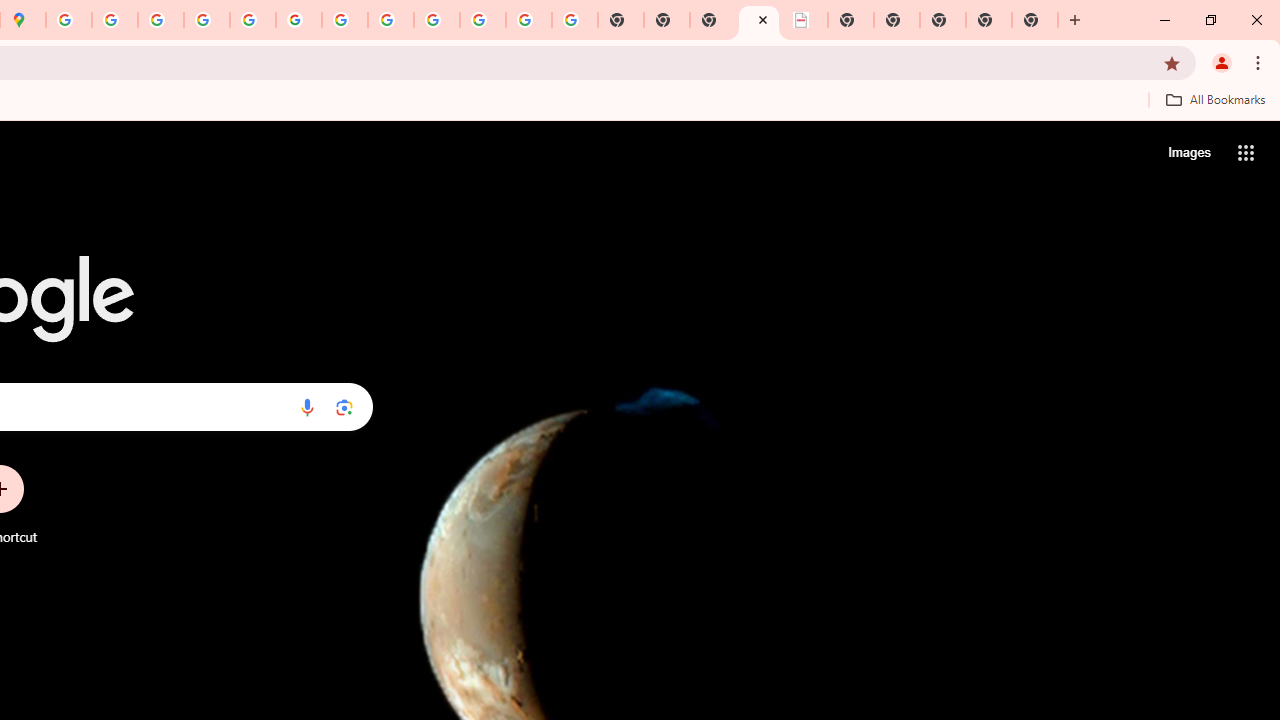 The image size is (1280, 720). What do you see at coordinates (989, 20) in the screenshot?
I see `'New Tab'` at bounding box center [989, 20].